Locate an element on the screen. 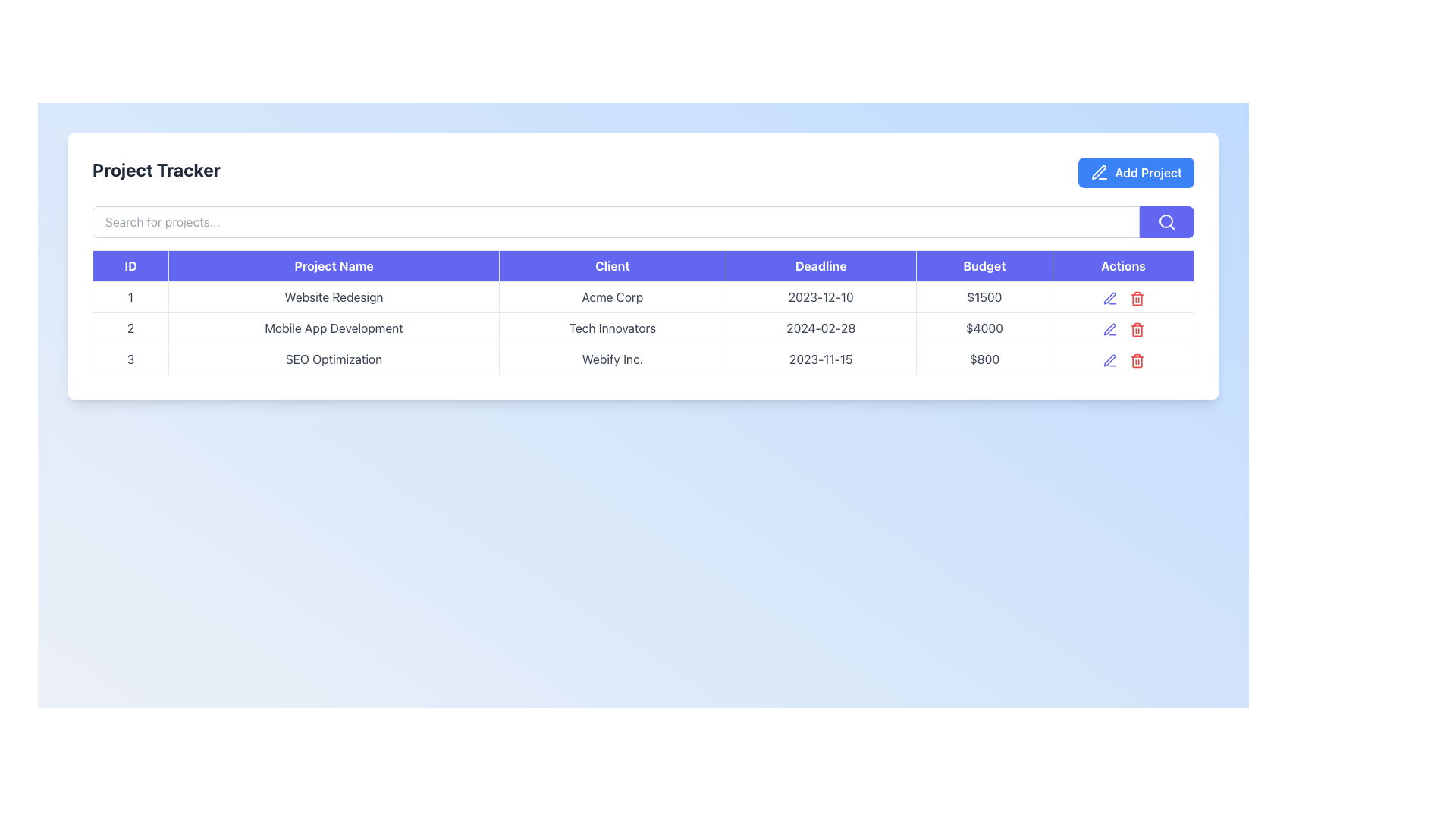 Image resolution: width=1456 pixels, height=819 pixels. the trash can icon is located at coordinates (1137, 328).